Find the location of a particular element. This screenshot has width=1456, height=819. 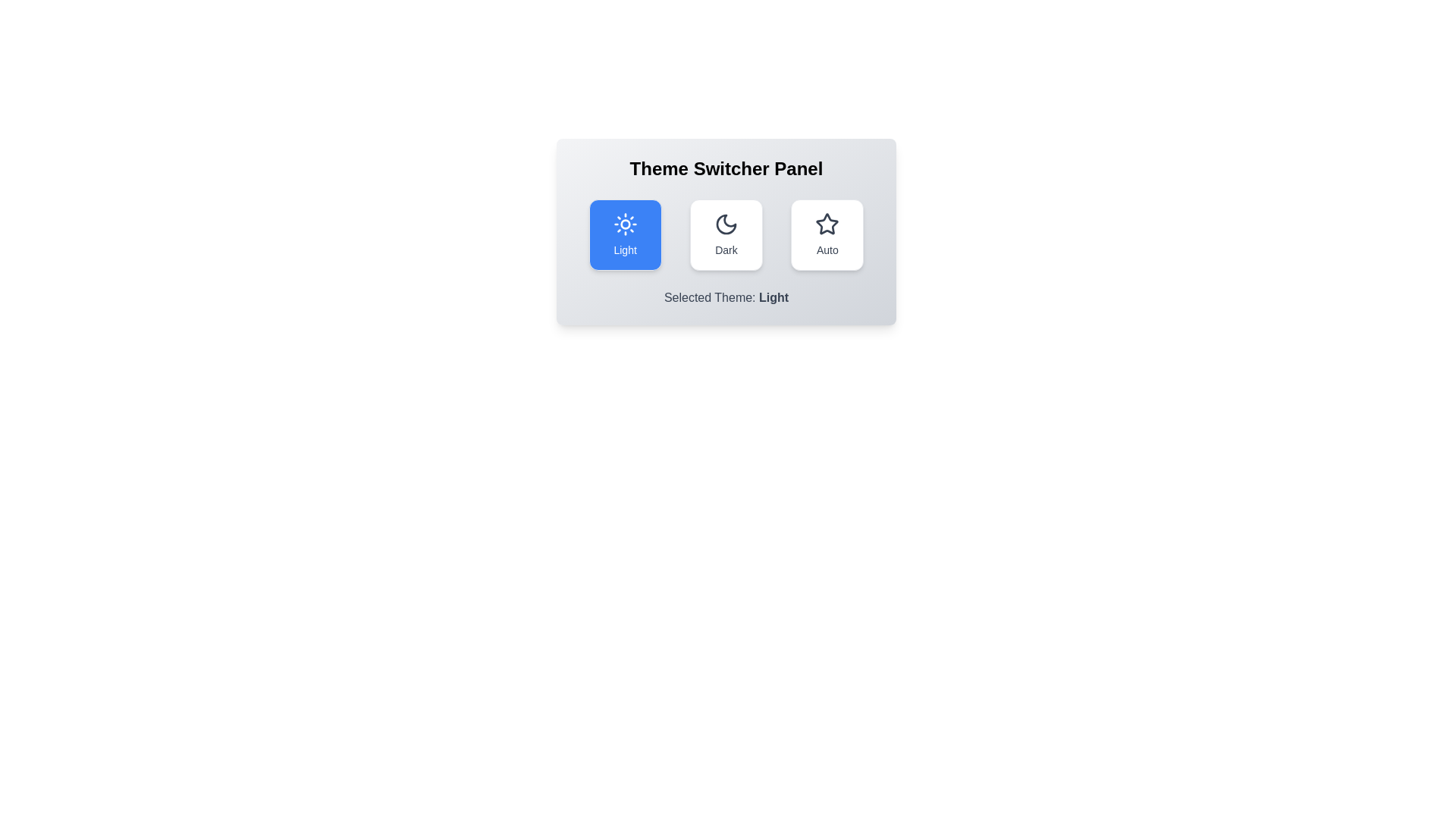

the 'Dark' button, which is a rectangular button with a white background, rounded edges, and a gray border, located in the 'Theme Switcher Panel' is located at coordinates (725, 234).